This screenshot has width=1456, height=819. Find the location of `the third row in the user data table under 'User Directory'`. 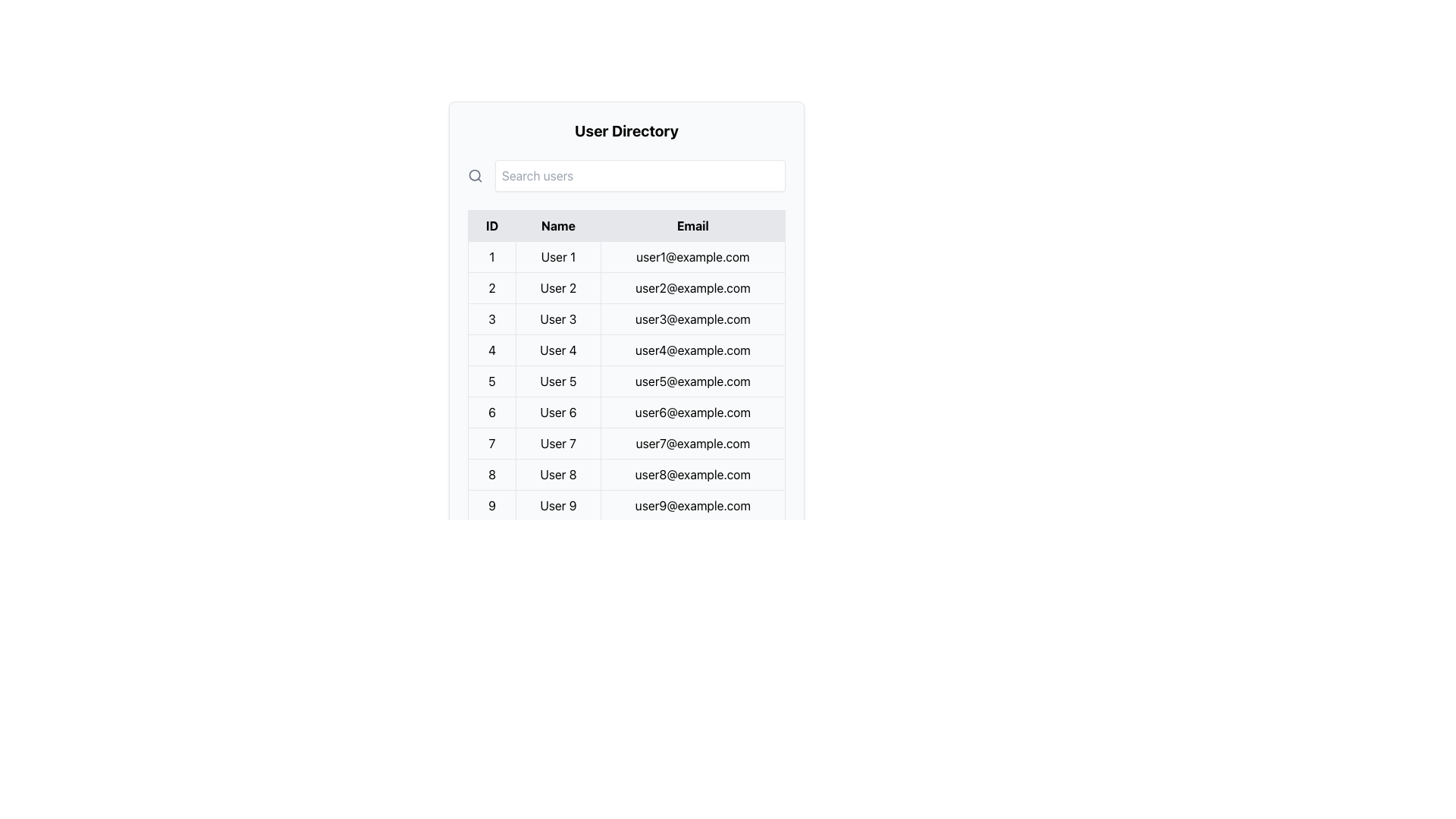

the third row in the user data table under 'User Directory' is located at coordinates (626, 318).